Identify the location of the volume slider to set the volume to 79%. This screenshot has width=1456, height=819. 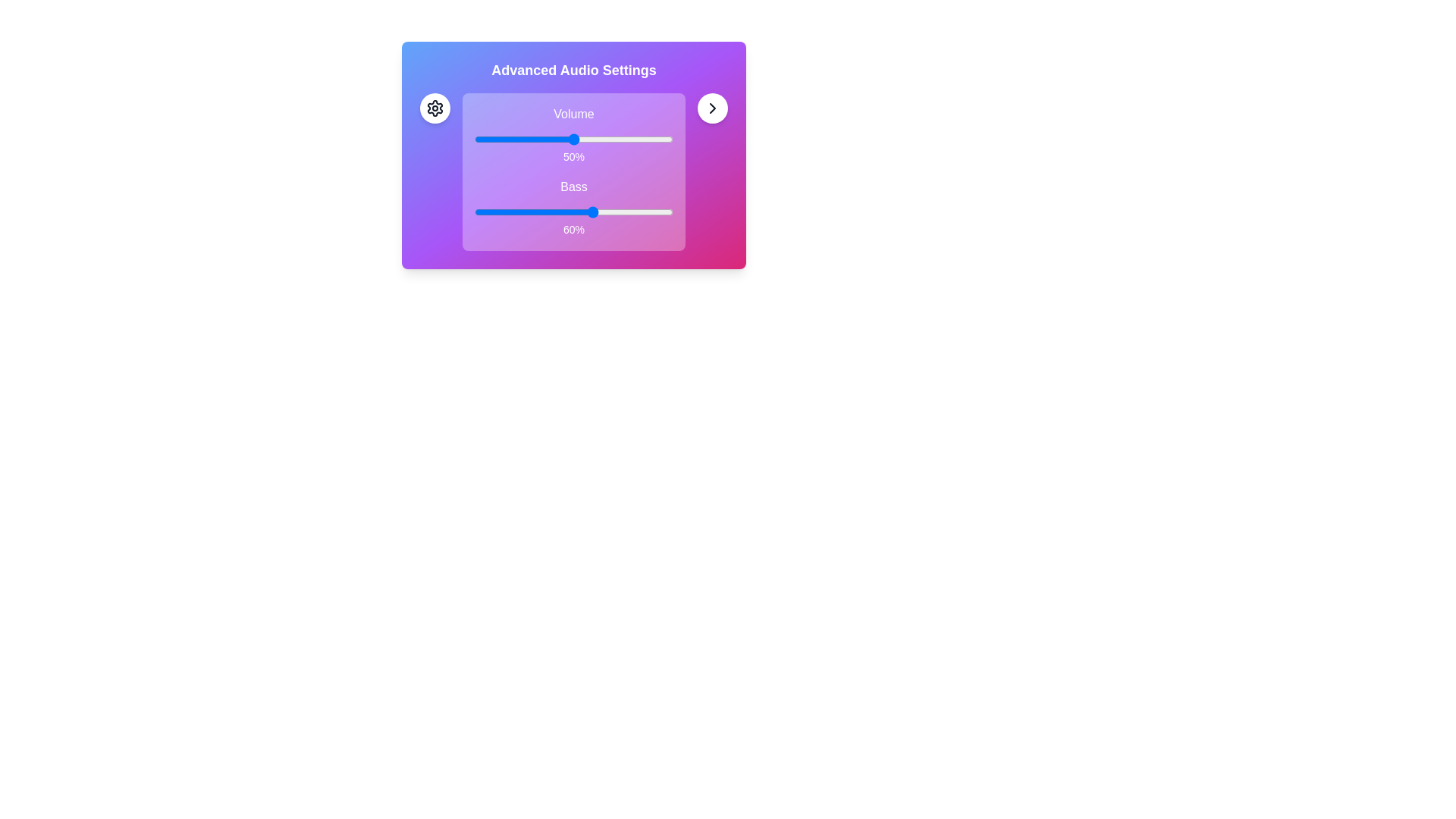
(631, 140).